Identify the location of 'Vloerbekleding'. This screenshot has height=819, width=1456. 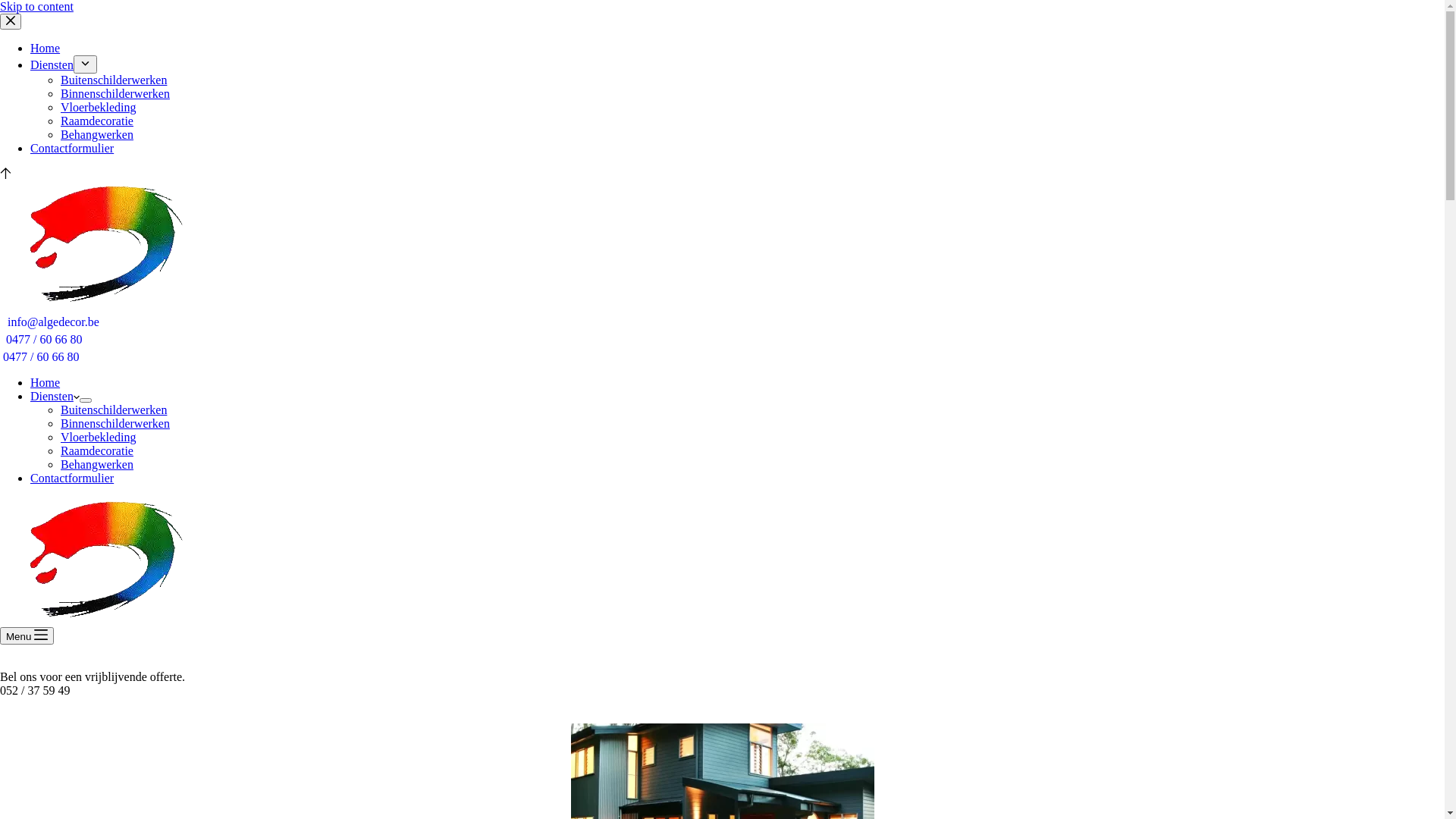
(97, 437).